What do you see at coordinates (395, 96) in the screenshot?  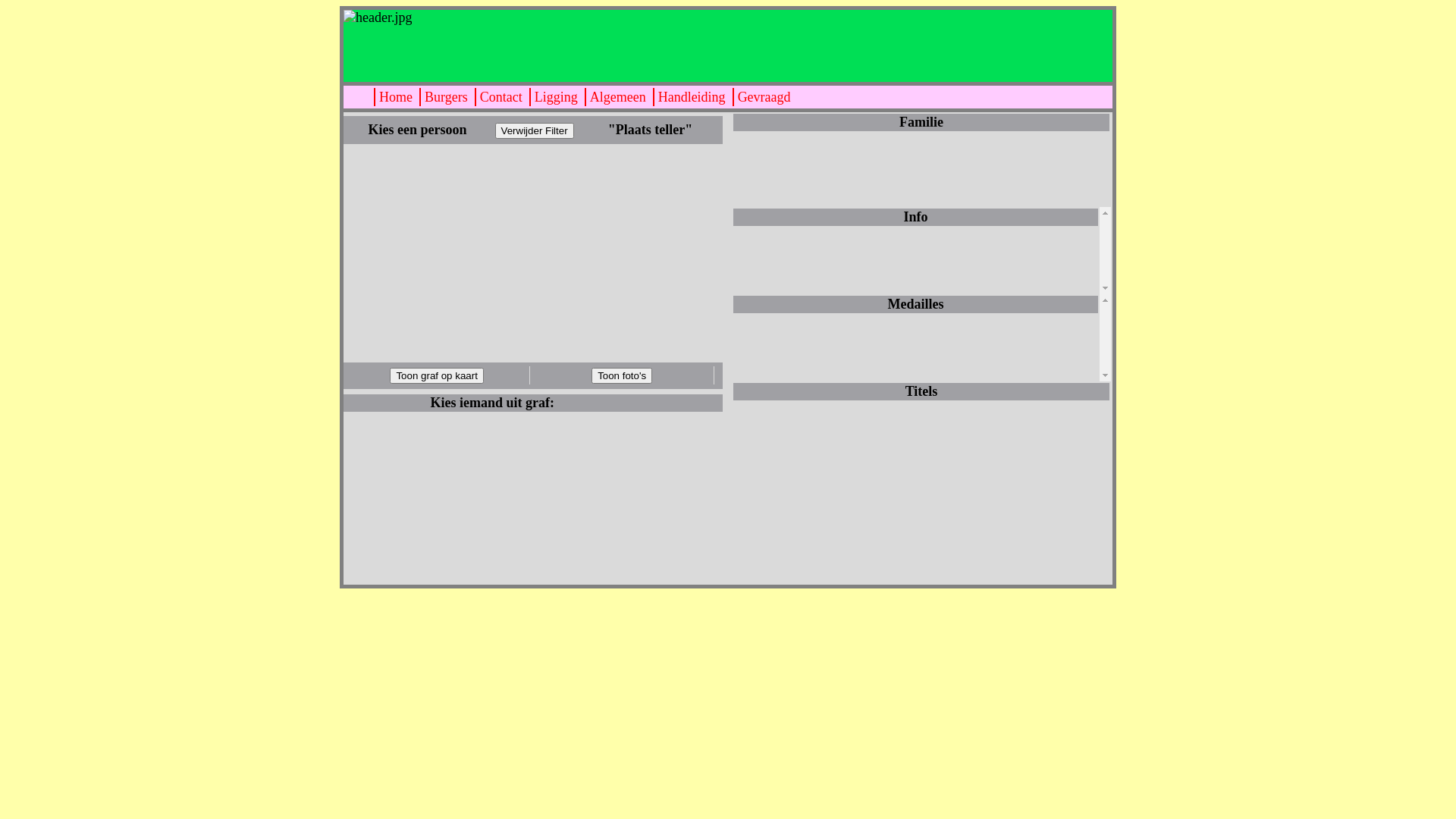 I see `'Home'` at bounding box center [395, 96].